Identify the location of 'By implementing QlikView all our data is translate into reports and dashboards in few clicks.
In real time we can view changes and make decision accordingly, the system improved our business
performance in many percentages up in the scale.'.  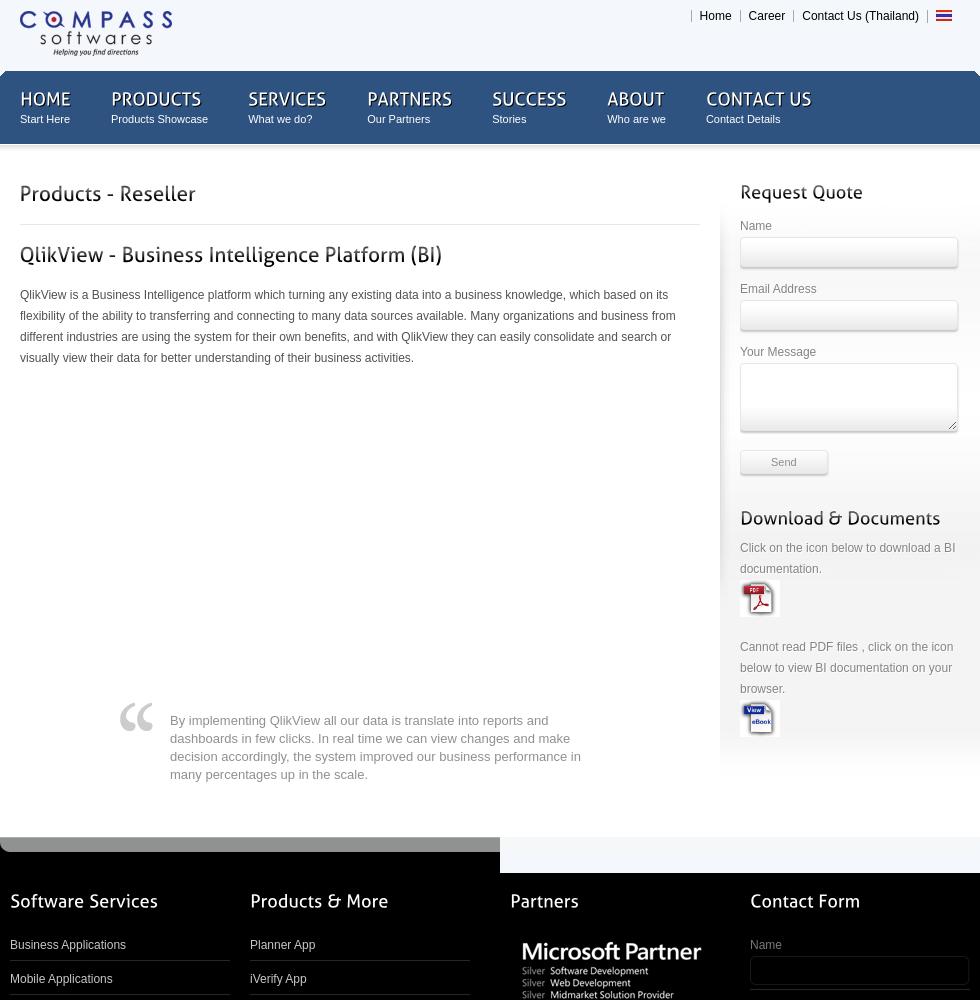
(375, 746).